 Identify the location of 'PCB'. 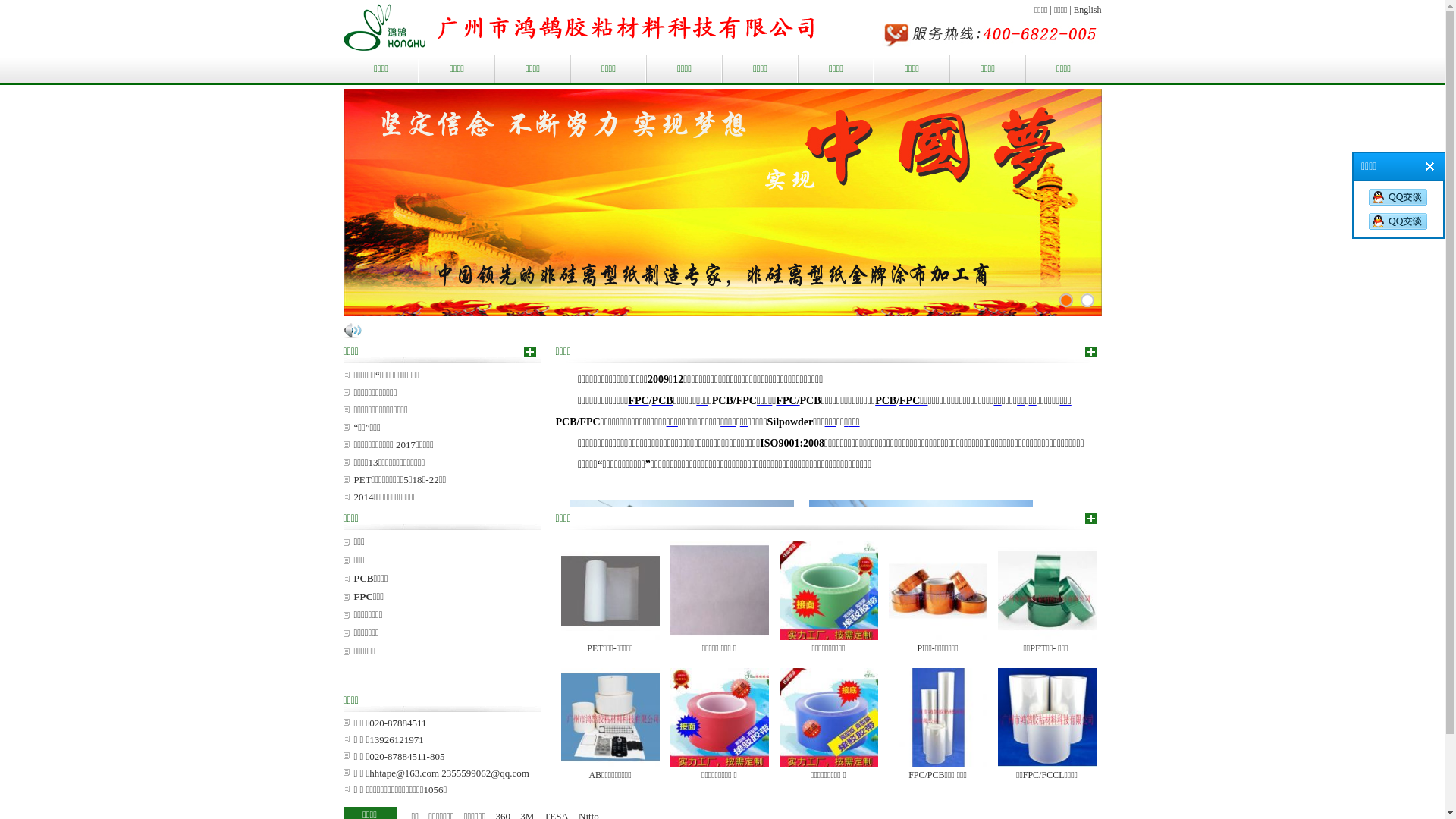
(885, 400).